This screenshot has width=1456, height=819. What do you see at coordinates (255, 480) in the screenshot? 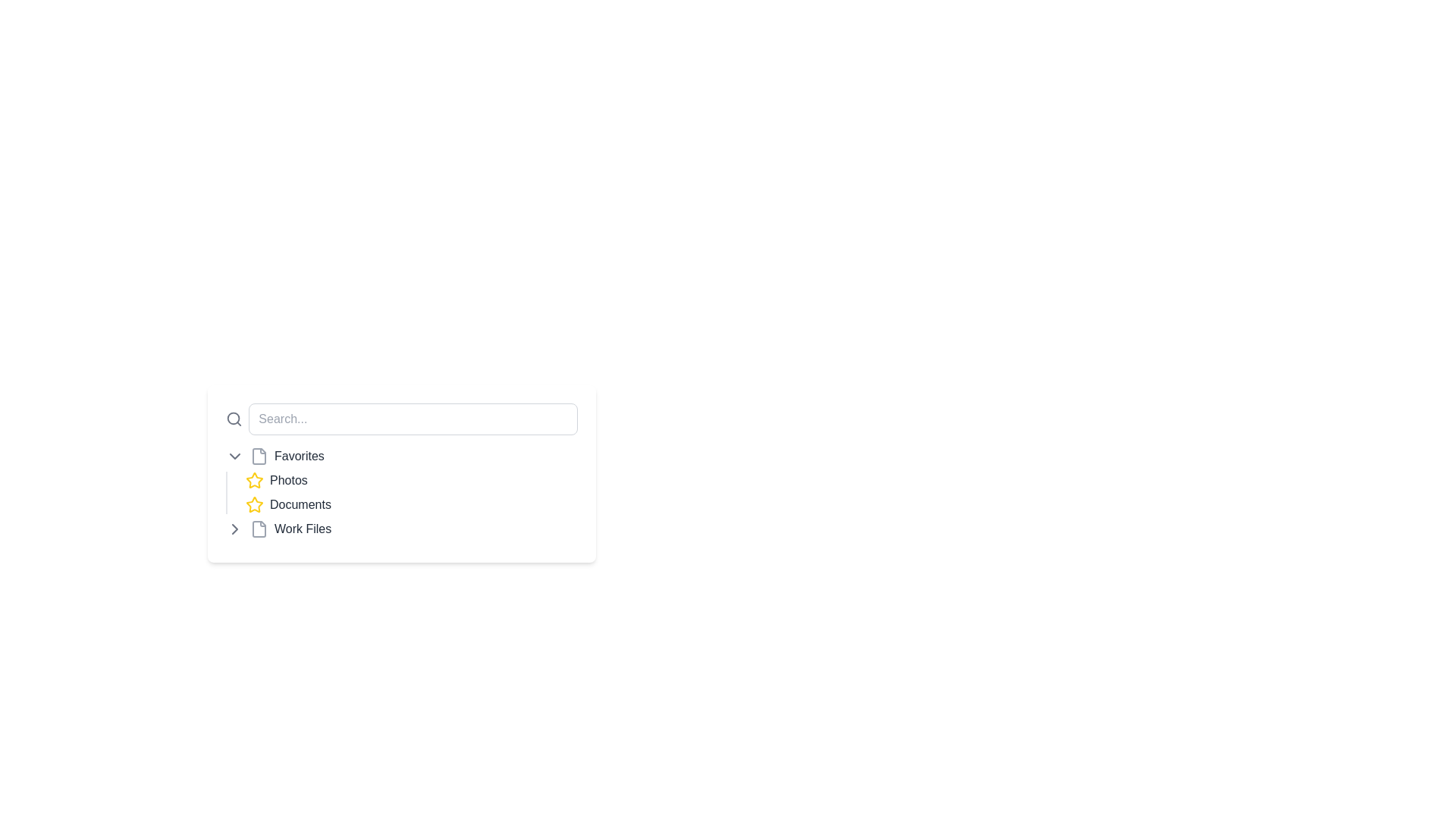
I see `the yellow star icon located` at bounding box center [255, 480].